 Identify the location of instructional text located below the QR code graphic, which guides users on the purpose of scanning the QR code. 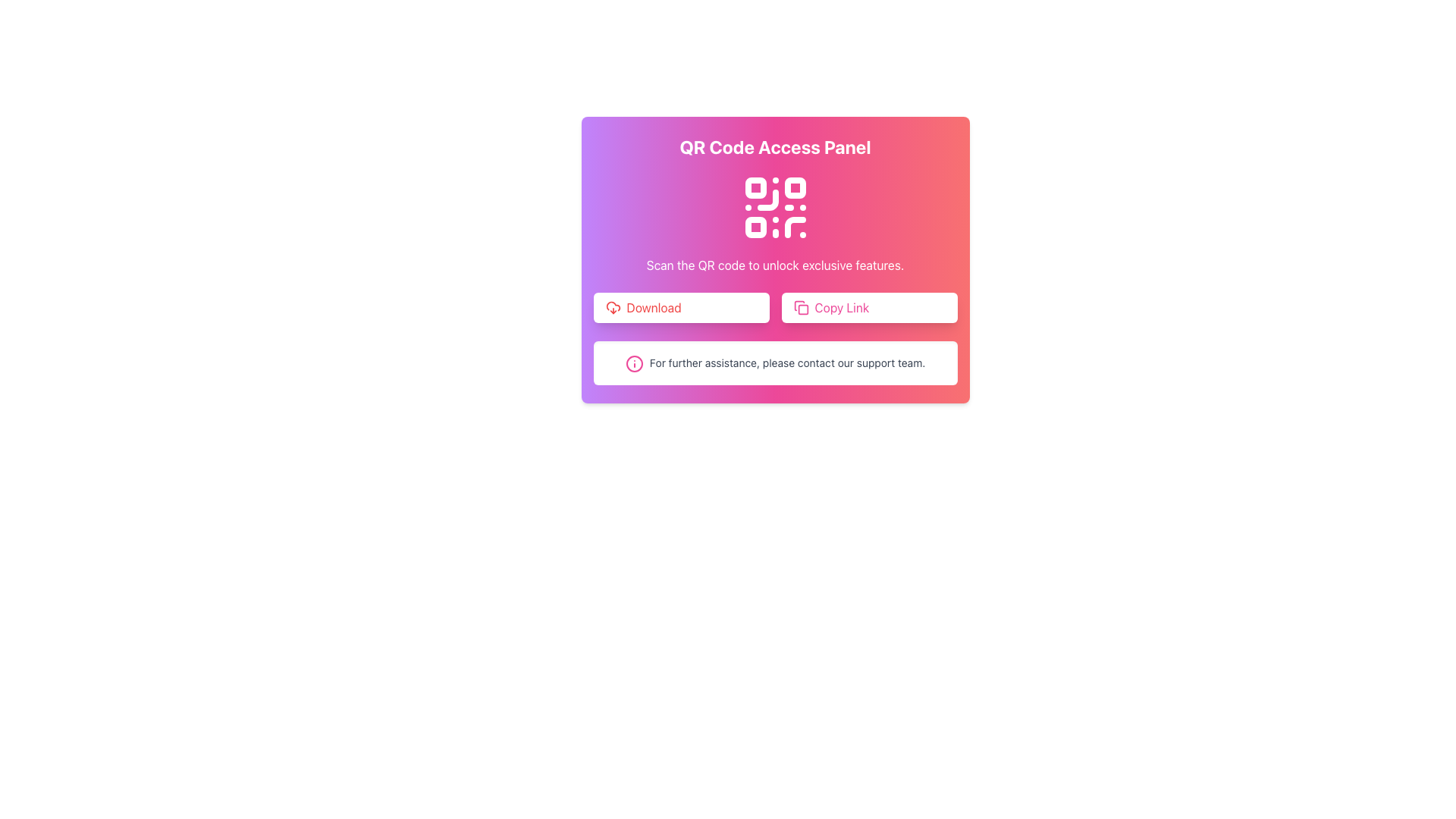
(775, 265).